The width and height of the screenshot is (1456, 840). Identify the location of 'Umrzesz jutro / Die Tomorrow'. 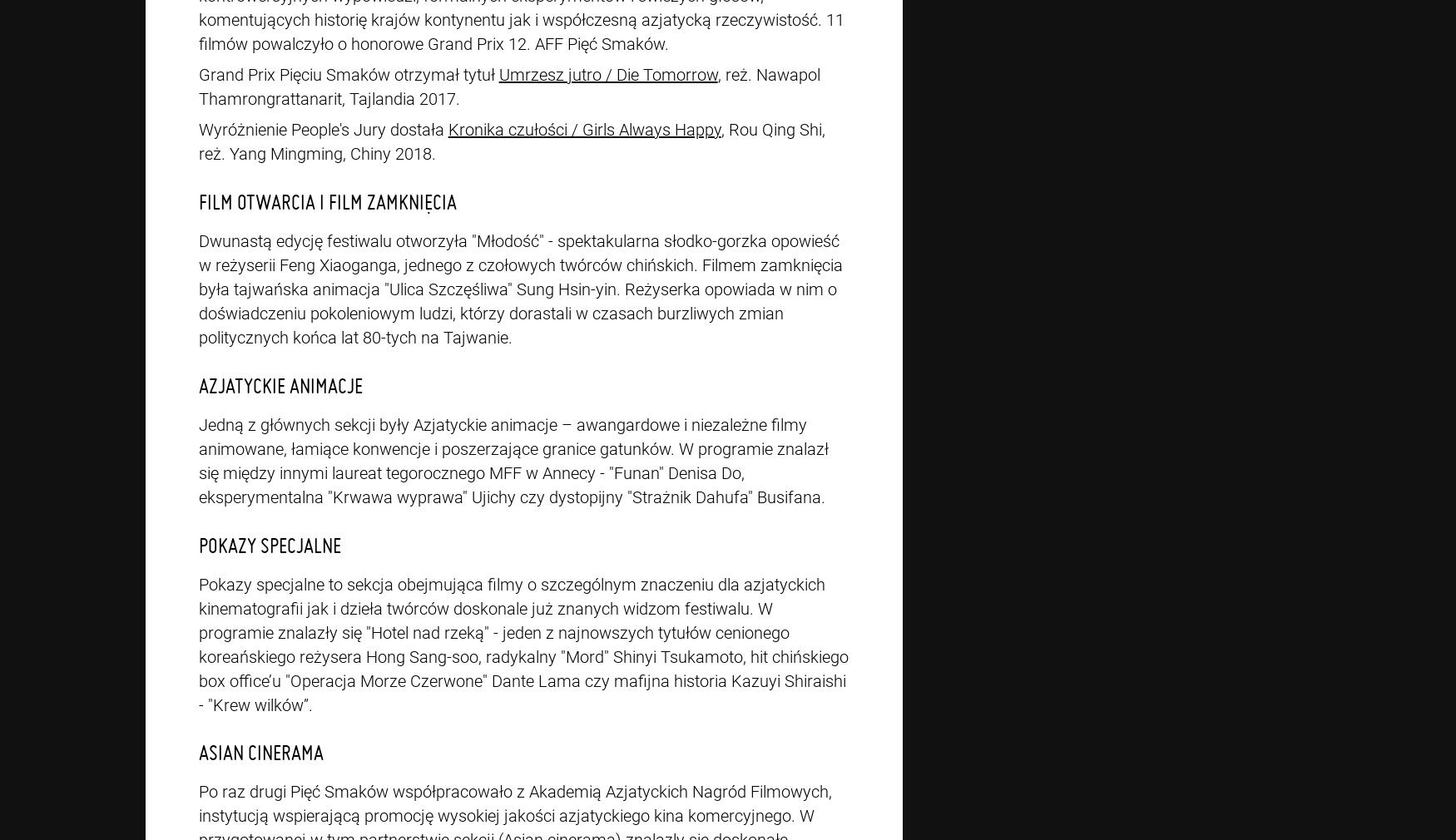
(607, 73).